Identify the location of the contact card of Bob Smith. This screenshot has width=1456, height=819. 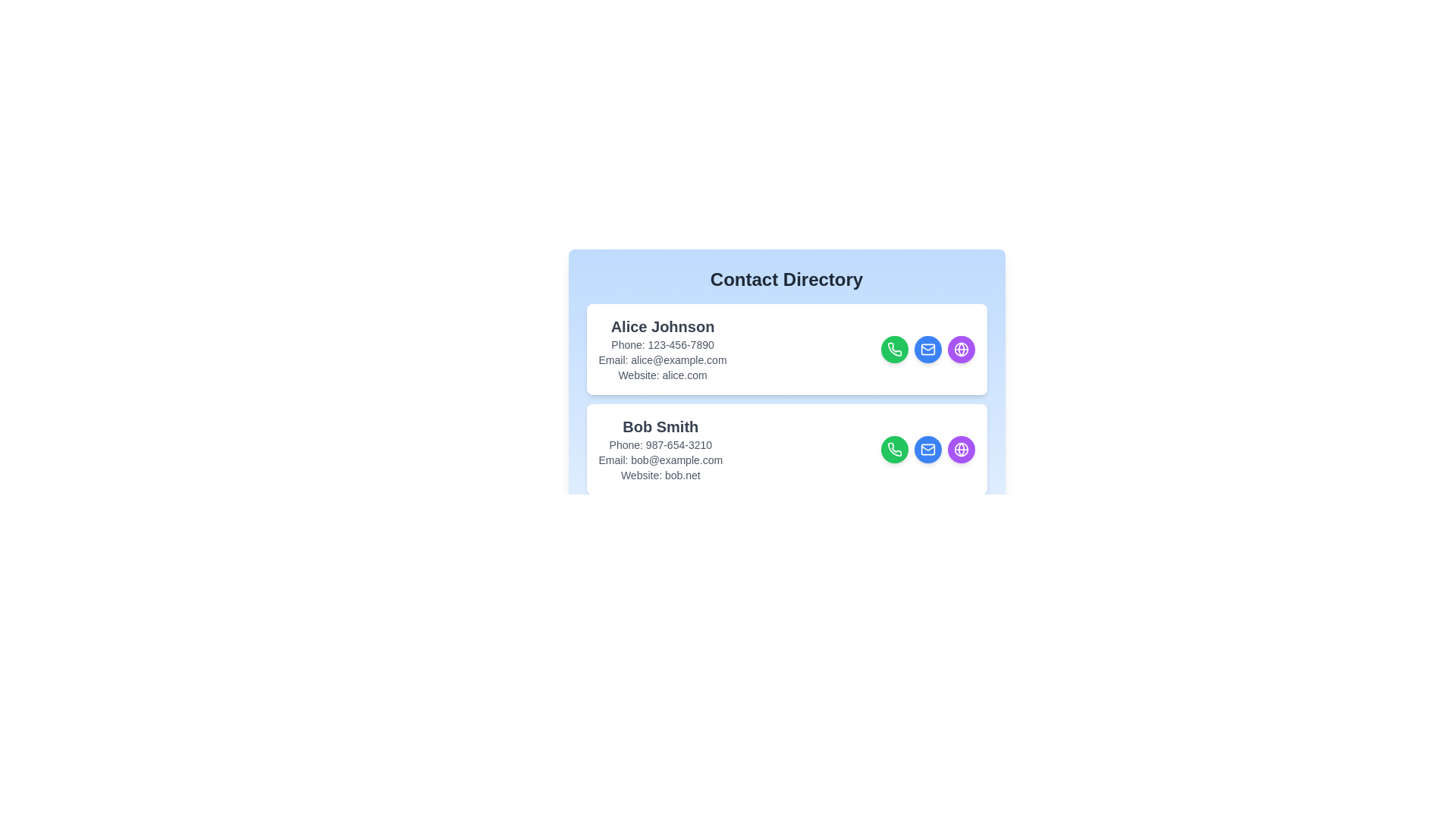
(786, 449).